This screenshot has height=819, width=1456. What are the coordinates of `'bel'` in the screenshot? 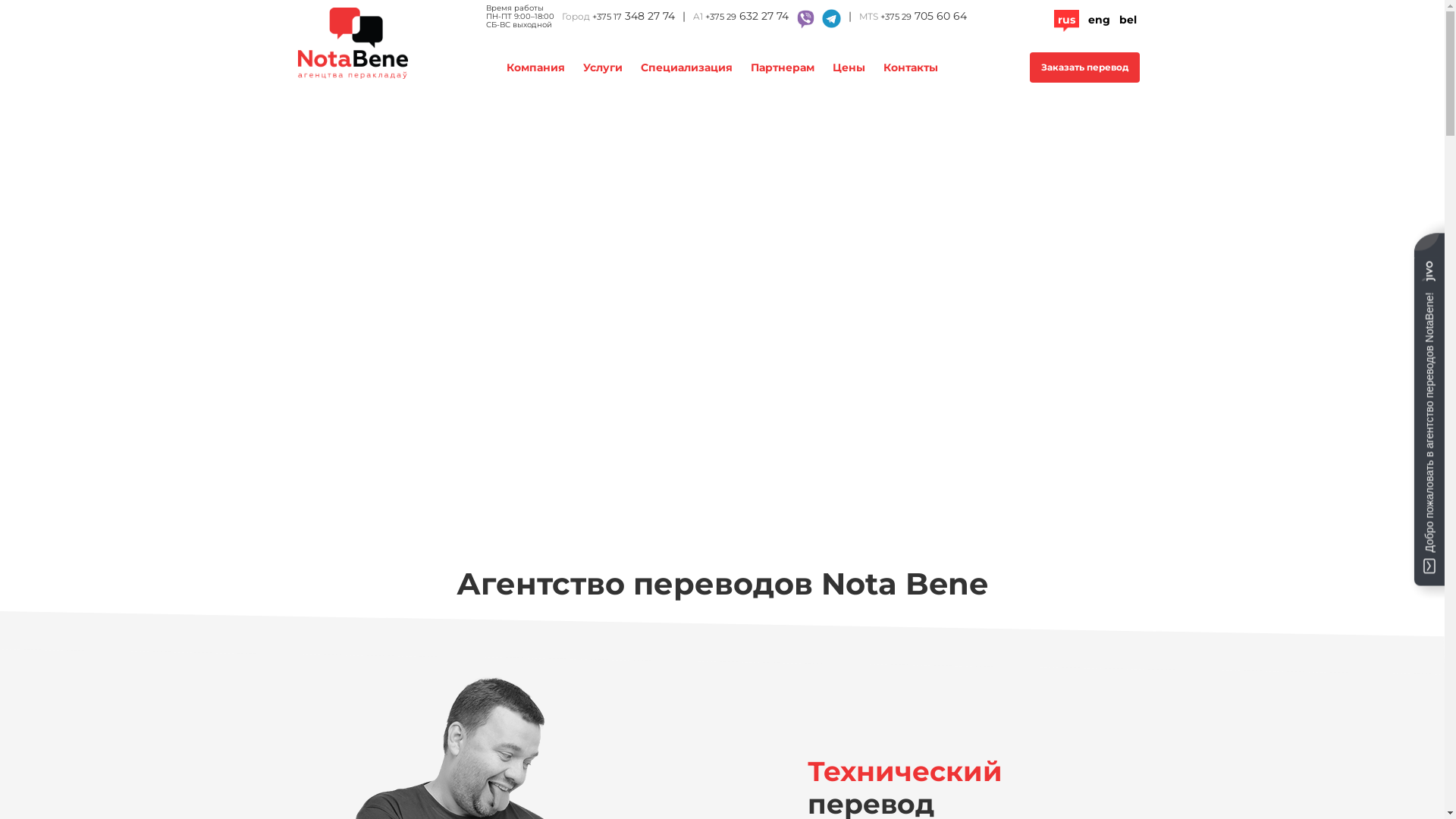 It's located at (1128, 20).